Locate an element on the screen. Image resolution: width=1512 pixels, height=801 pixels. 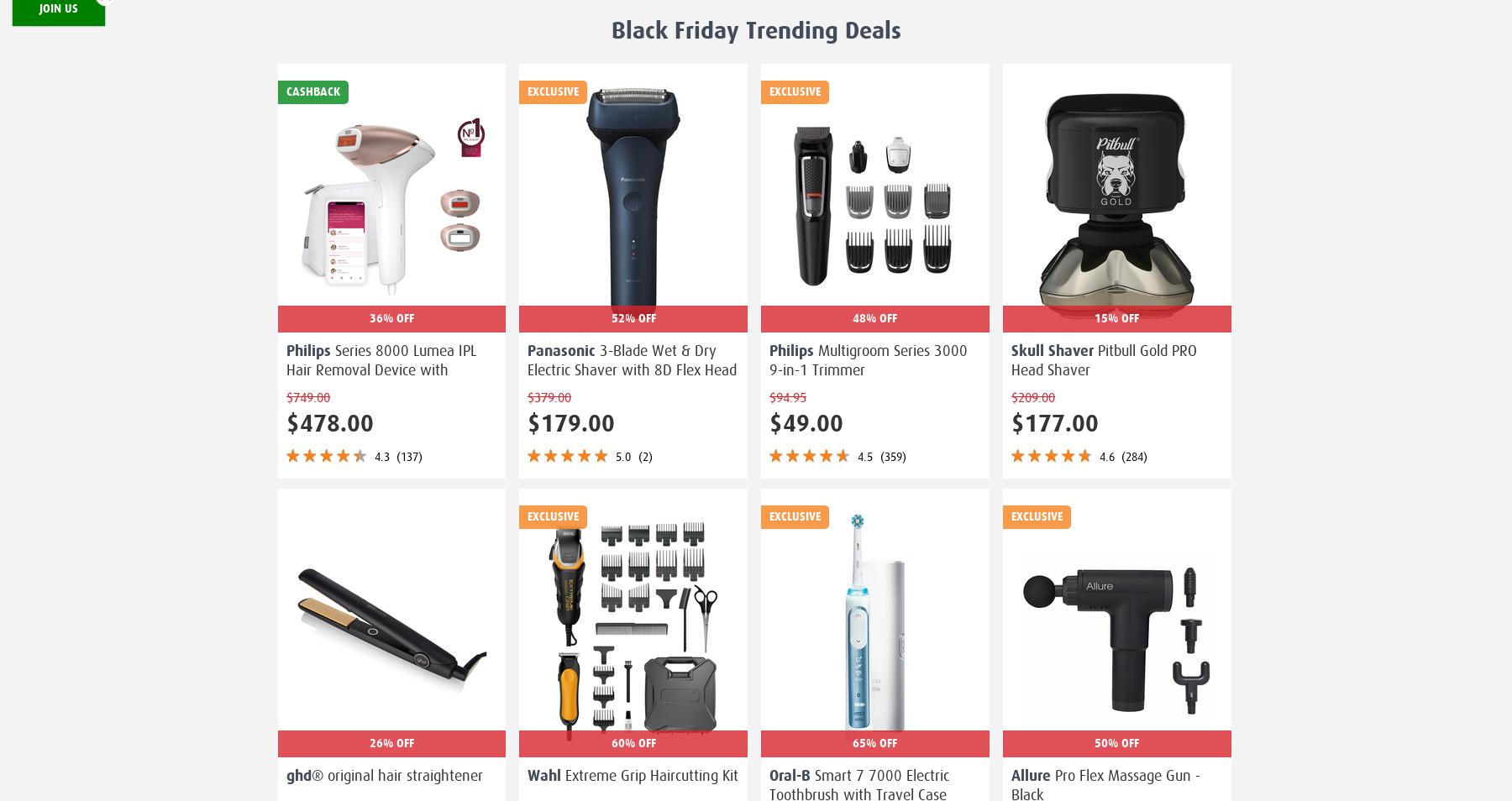
'(137)' is located at coordinates (395, 455).